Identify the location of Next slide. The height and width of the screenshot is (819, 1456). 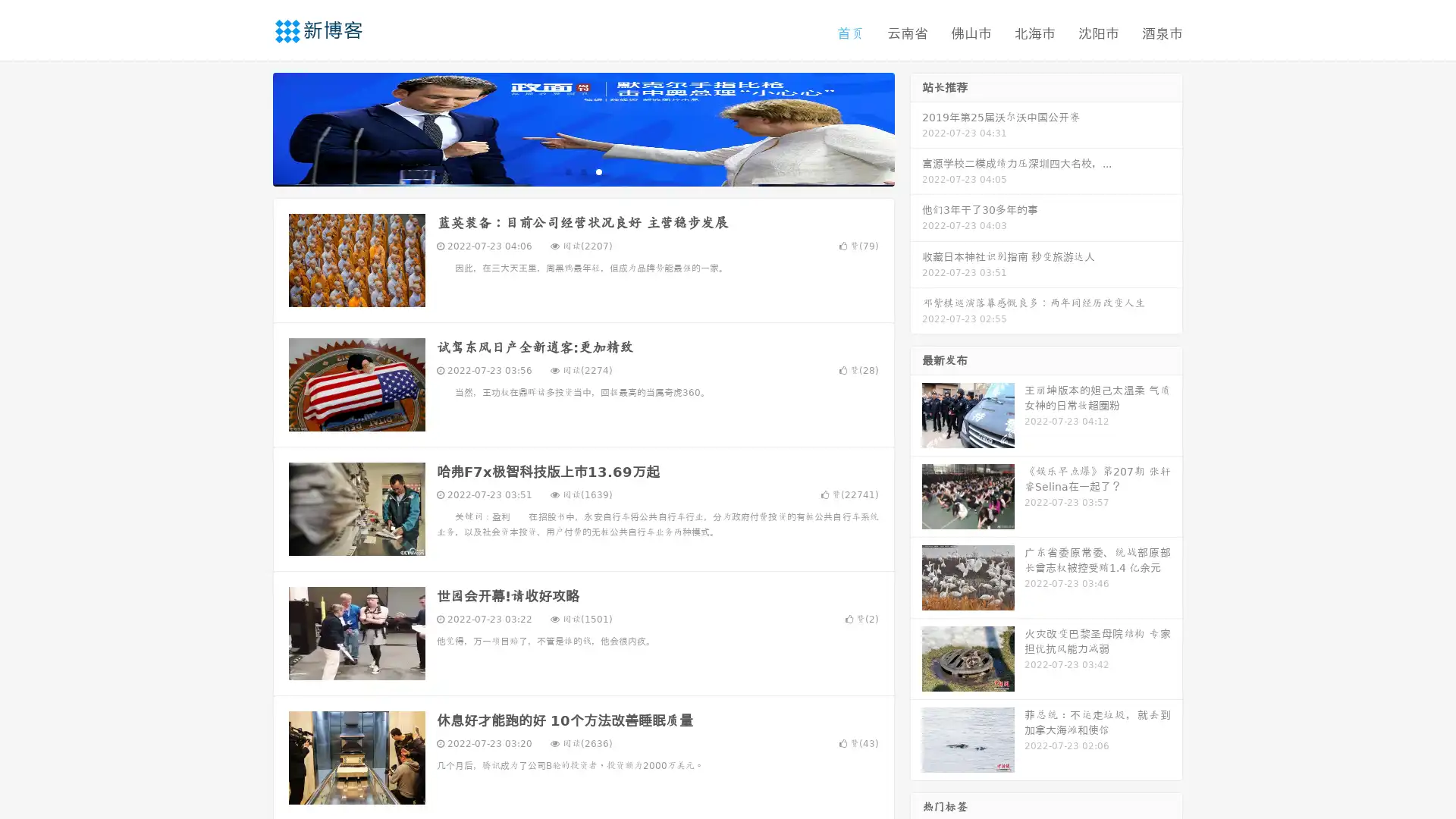
(916, 127).